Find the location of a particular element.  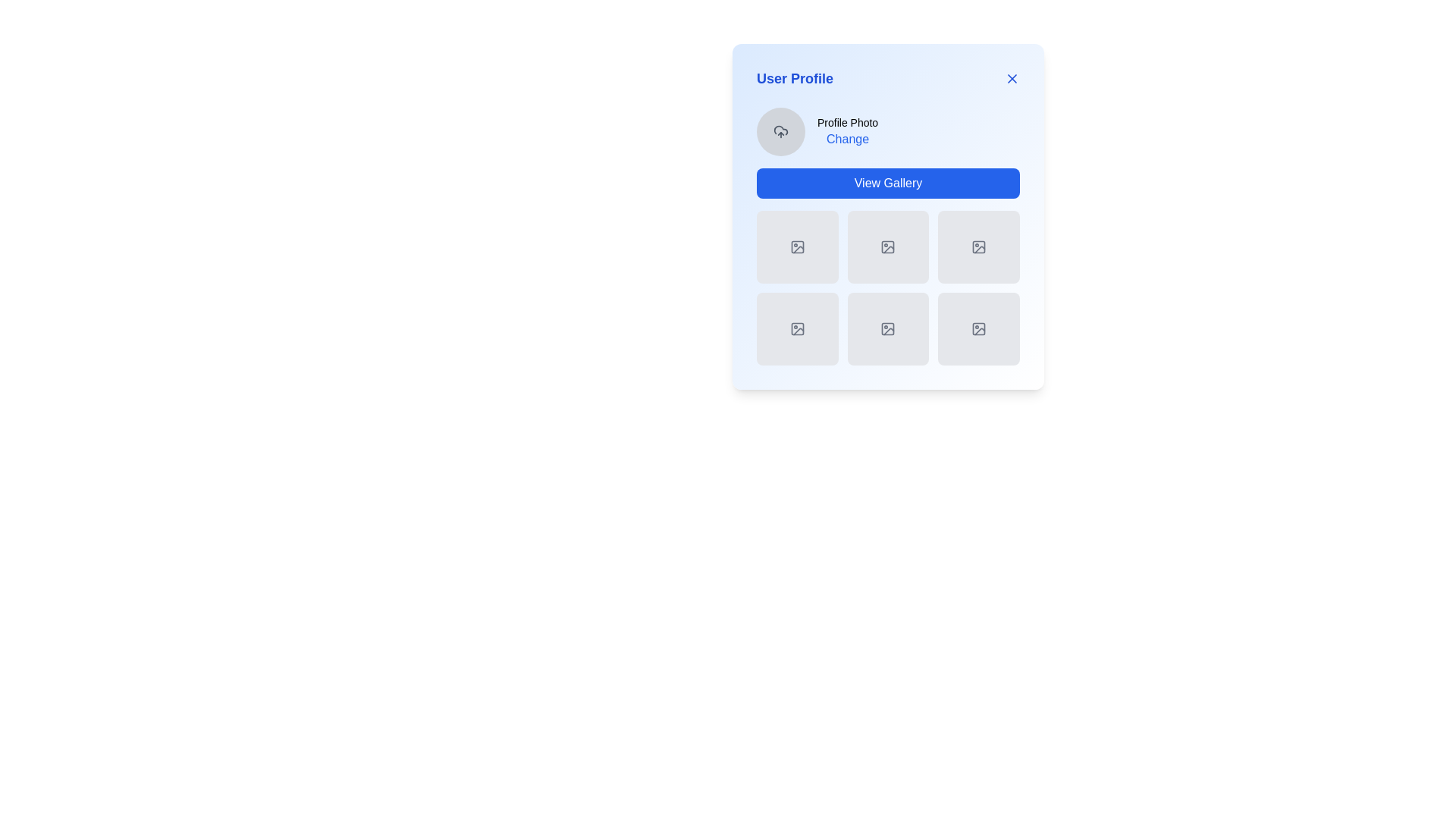

the image placeholder icon located in the second row and second column of a 2x3 grid structure is located at coordinates (796, 328).